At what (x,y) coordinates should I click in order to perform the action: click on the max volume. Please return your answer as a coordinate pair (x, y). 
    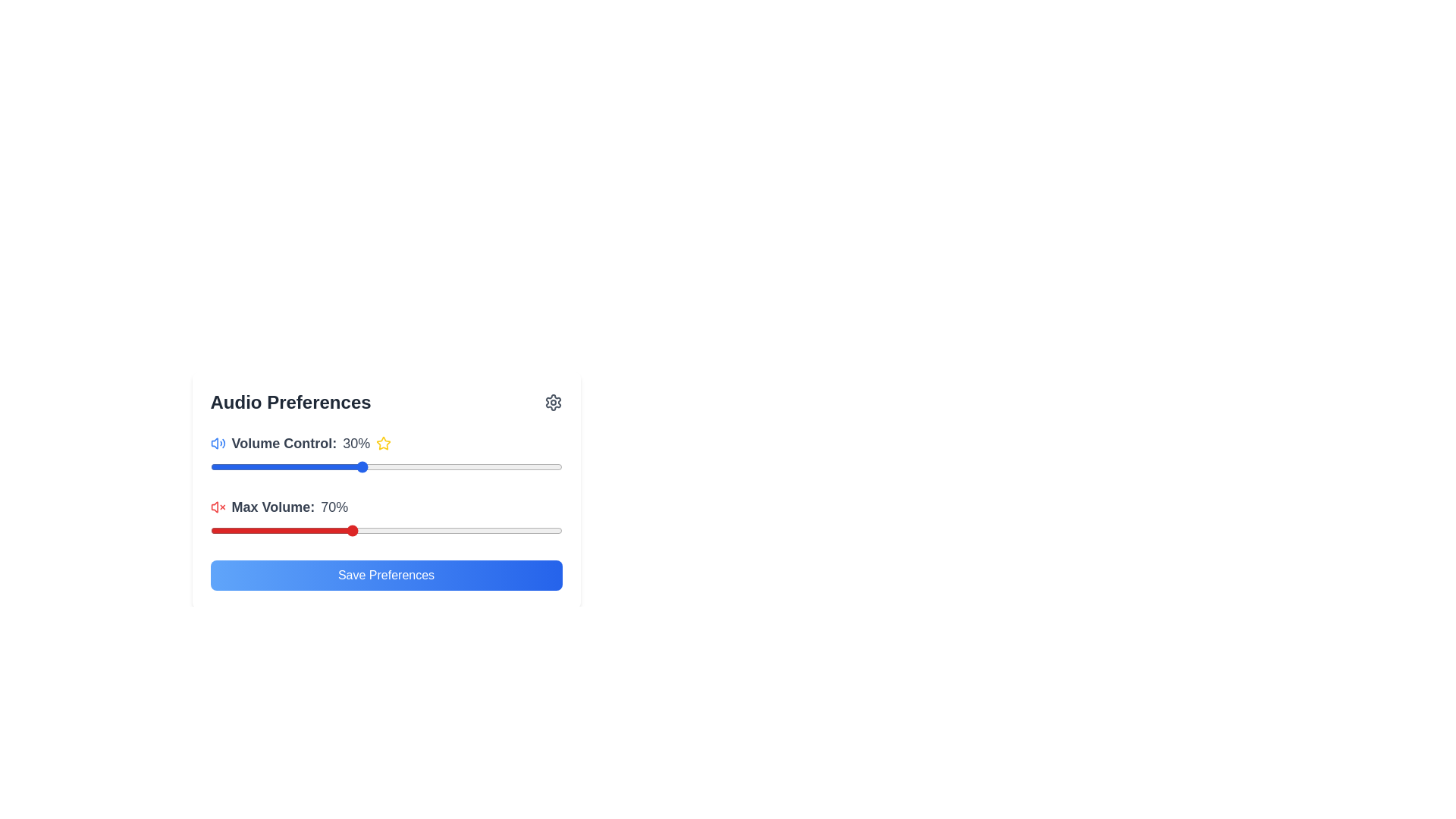
    Looking at the image, I should click on (547, 529).